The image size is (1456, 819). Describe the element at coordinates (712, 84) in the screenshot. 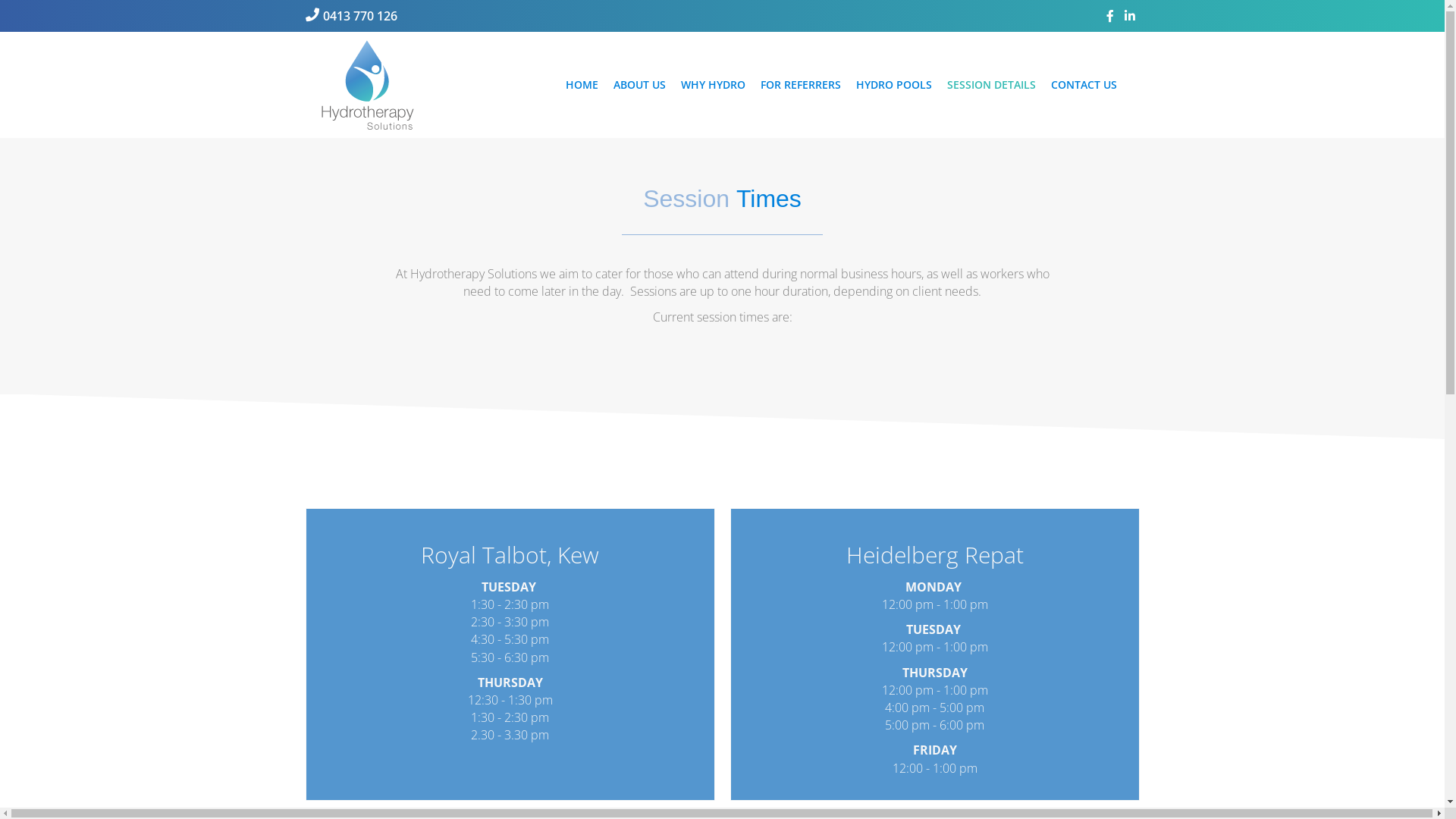

I see `'WHY HYDRO'` at that location.